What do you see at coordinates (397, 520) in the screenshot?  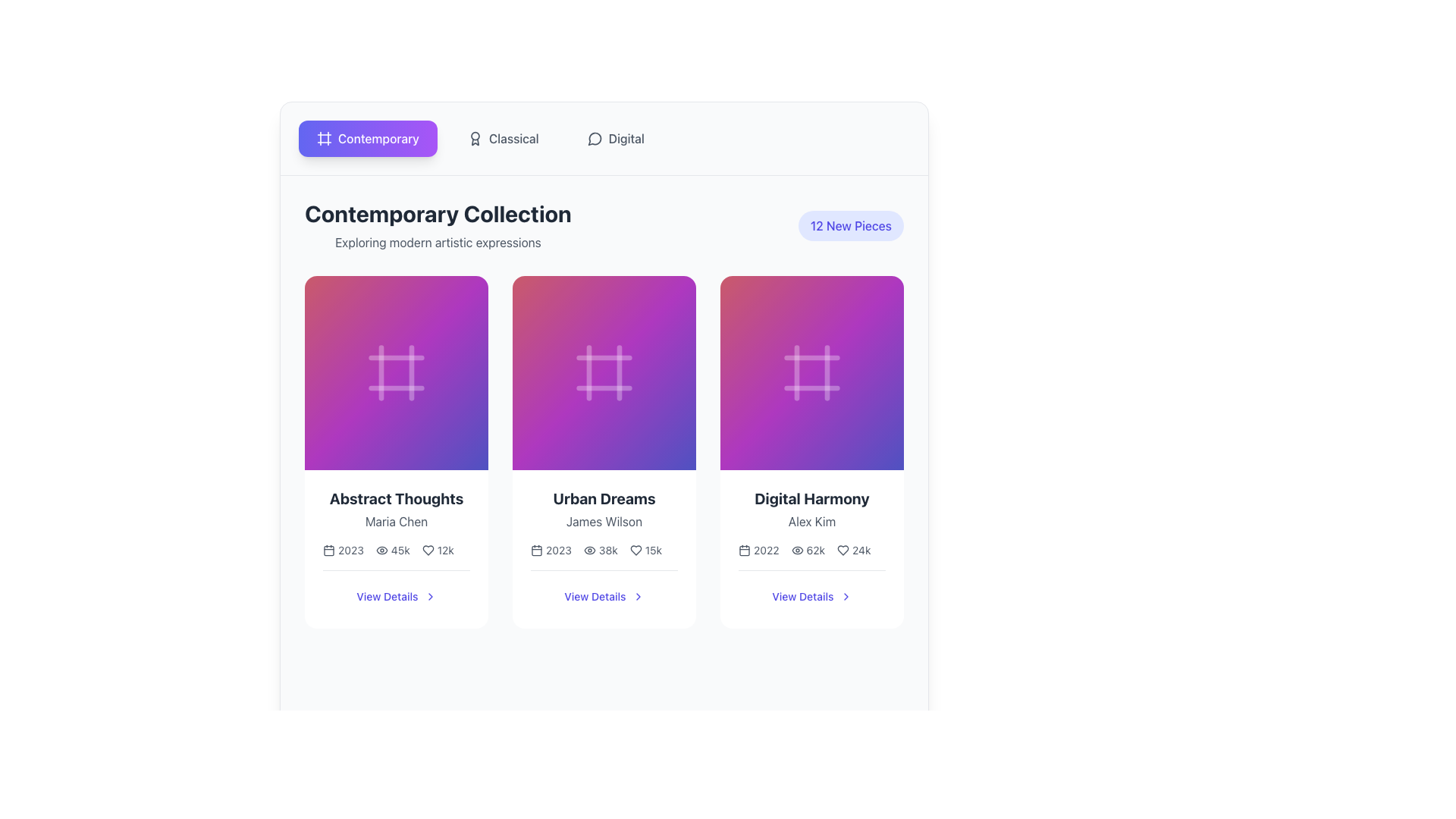 I see `the text label displaying 'Maria Chen' which is positioned below the heading 'Abstract Thoughts' in the leftmost card of a grid layout` at bounding box center [397, 520].